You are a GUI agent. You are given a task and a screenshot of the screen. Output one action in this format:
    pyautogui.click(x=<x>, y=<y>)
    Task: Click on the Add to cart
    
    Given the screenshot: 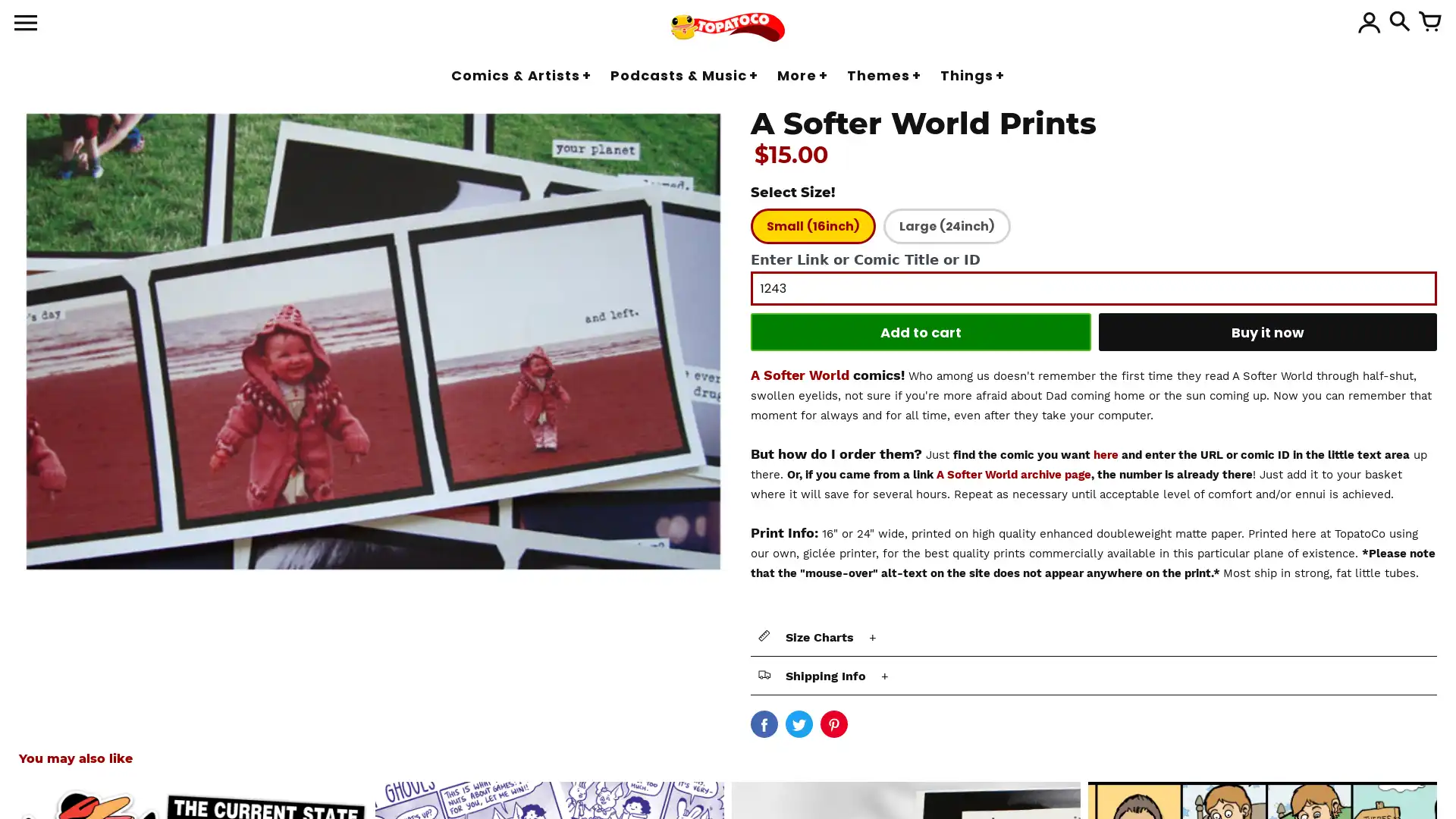 What is the action you would take?
    pyautogui.click(x=920, y=331)
    